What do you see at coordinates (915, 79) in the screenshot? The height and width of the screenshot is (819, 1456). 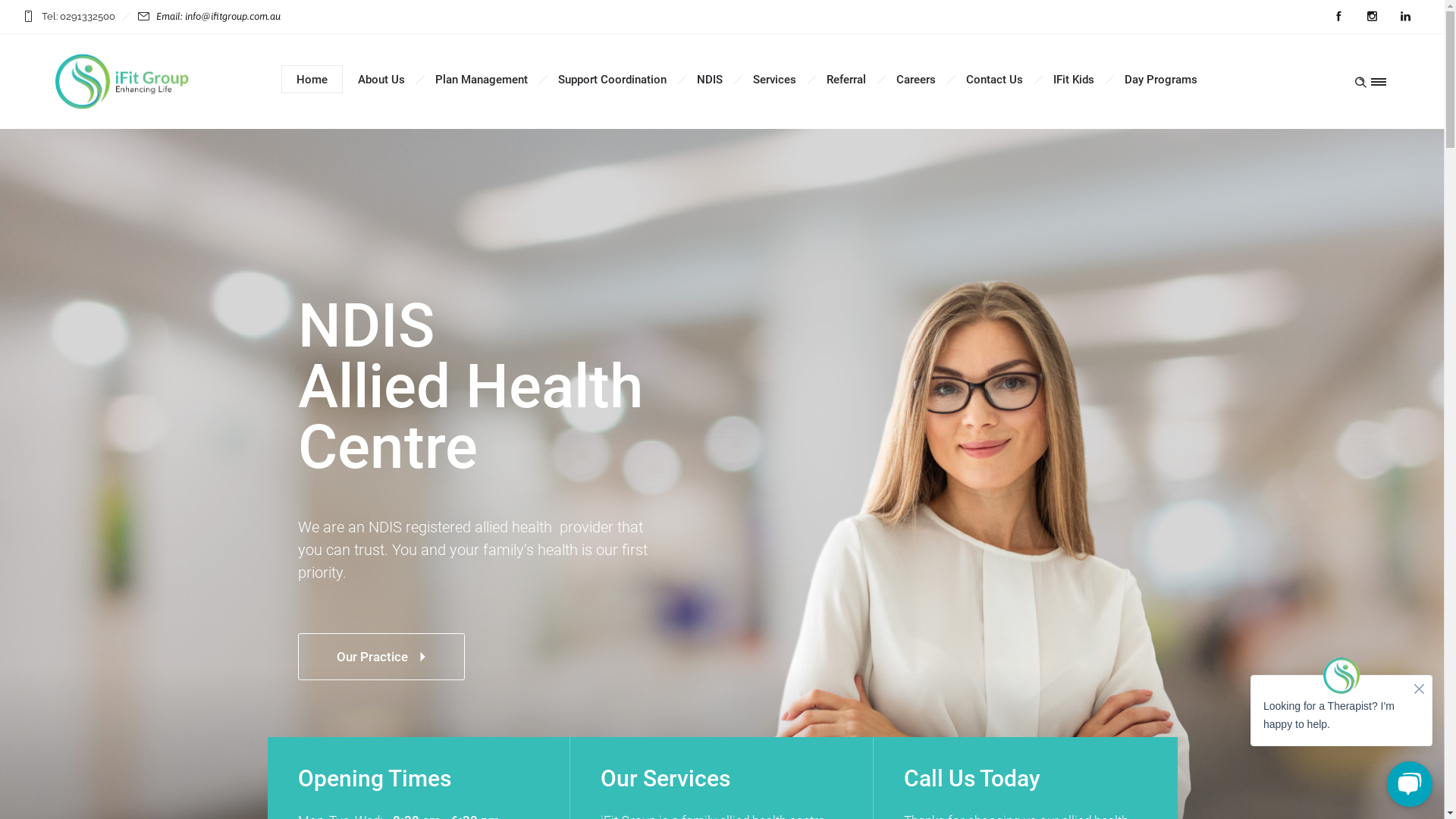 I see `'Careers'` at bounding box center [915, 79].